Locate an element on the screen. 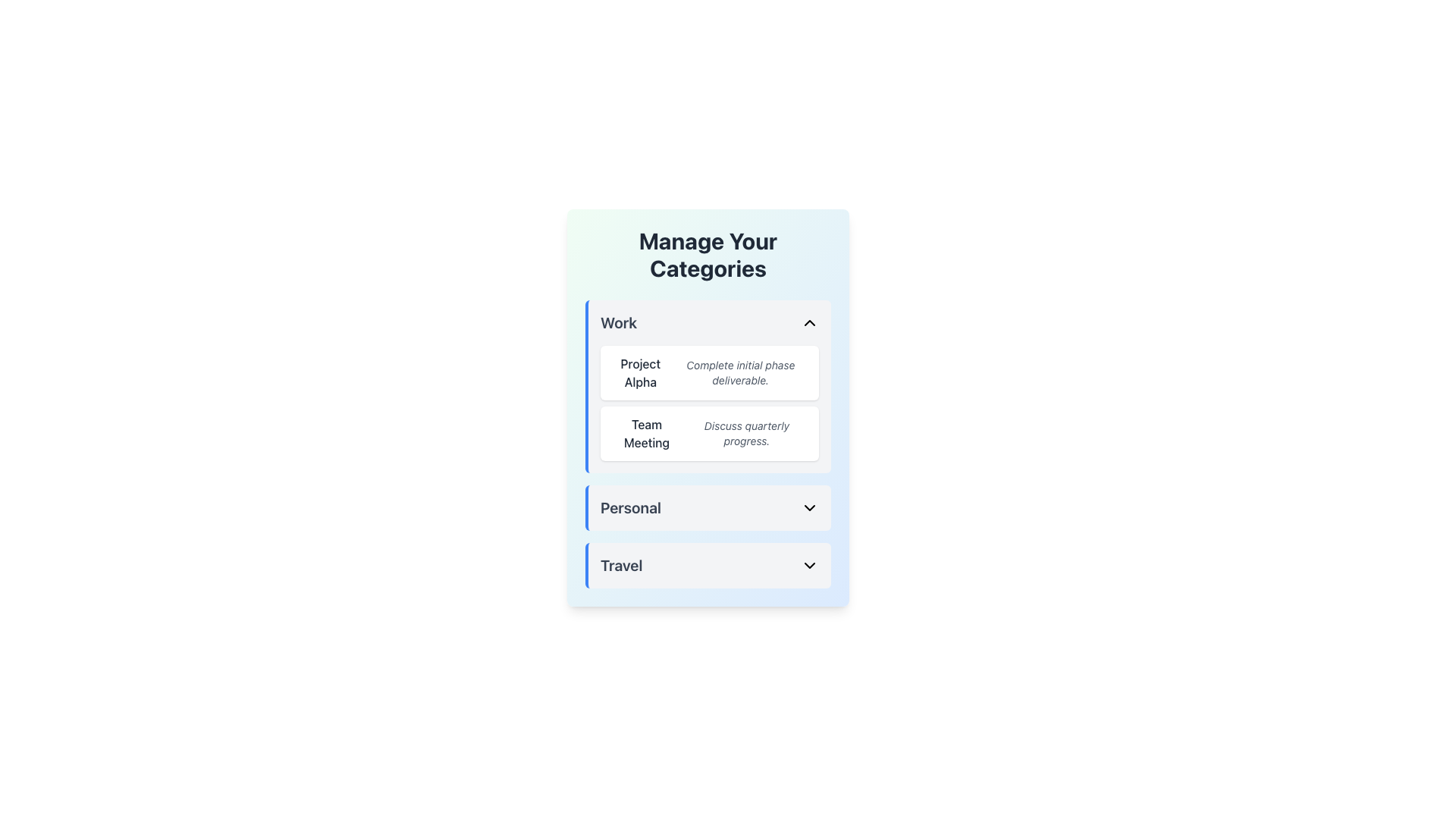  the left-aligned text label for the 'Team Meeting' entry located within the second card under the 'Work' section, positioned to the left of the description 'Discuss quarterly progress.' is located at coordinates (647, 433).